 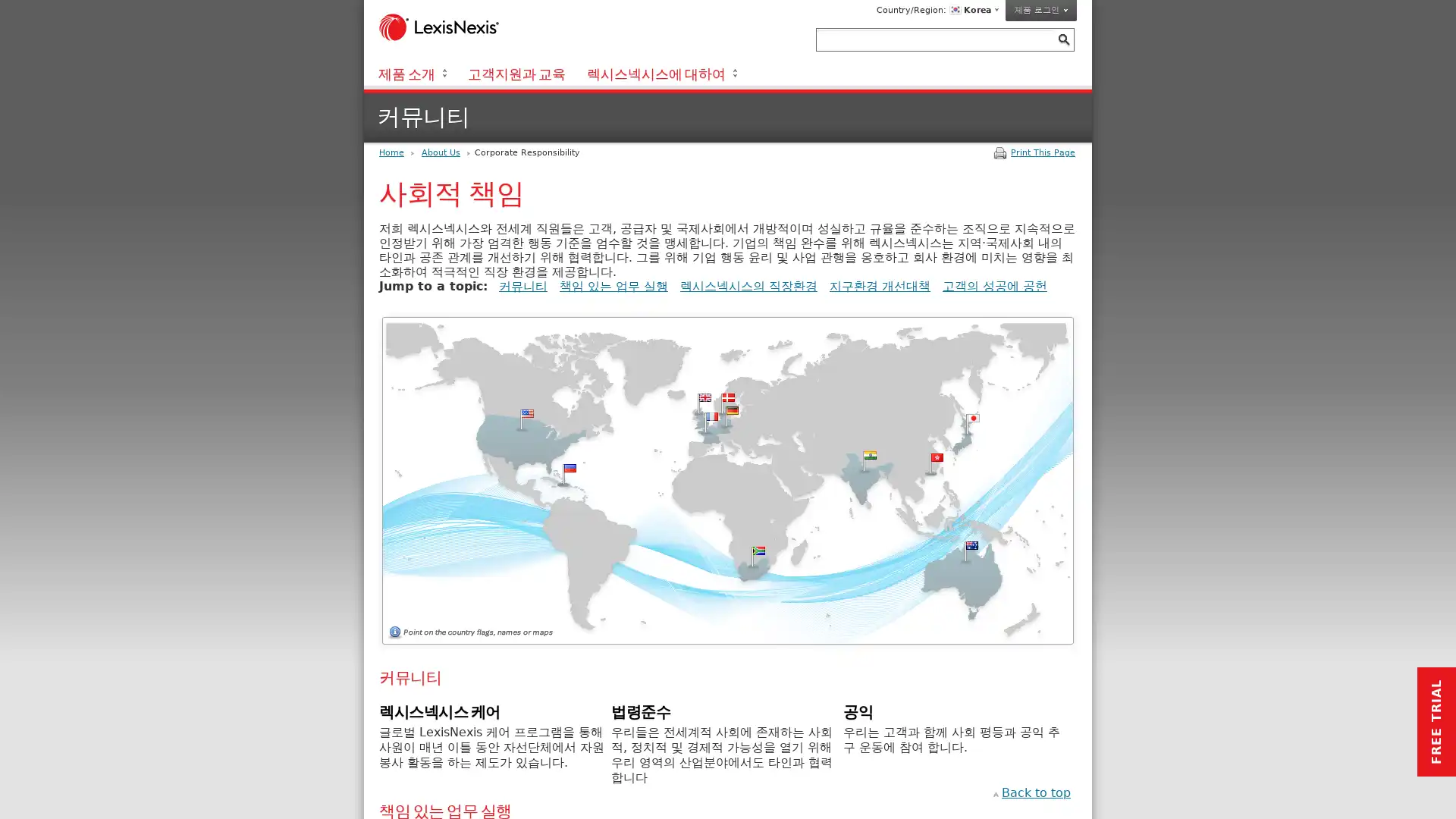 I want to click on Search, so click(x=1062, y=39).